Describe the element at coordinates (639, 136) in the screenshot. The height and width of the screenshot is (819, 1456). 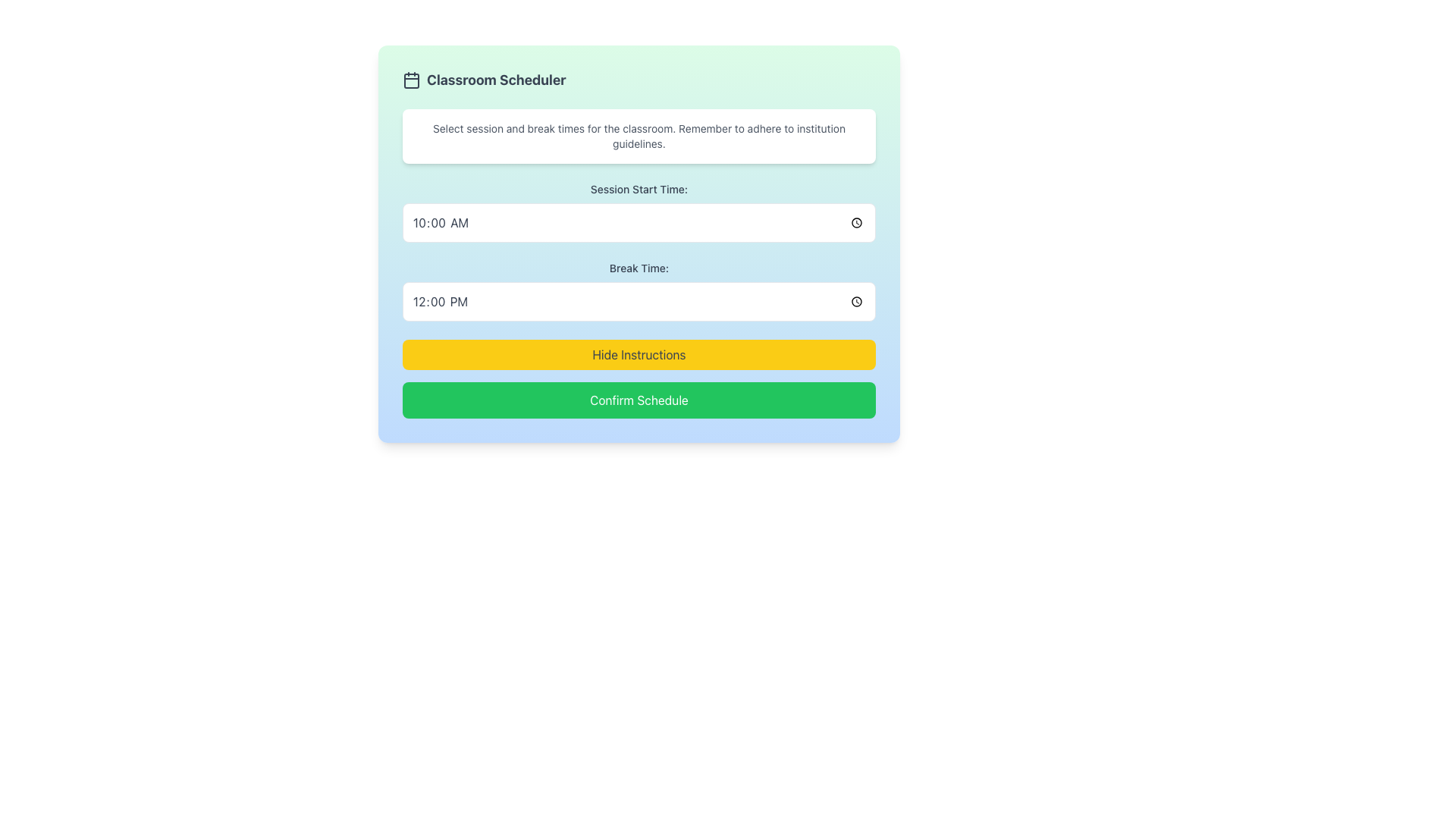
I see `instructional text label located at the top section of the 'Classroom Scheduler' form, directly below the title` at that location.